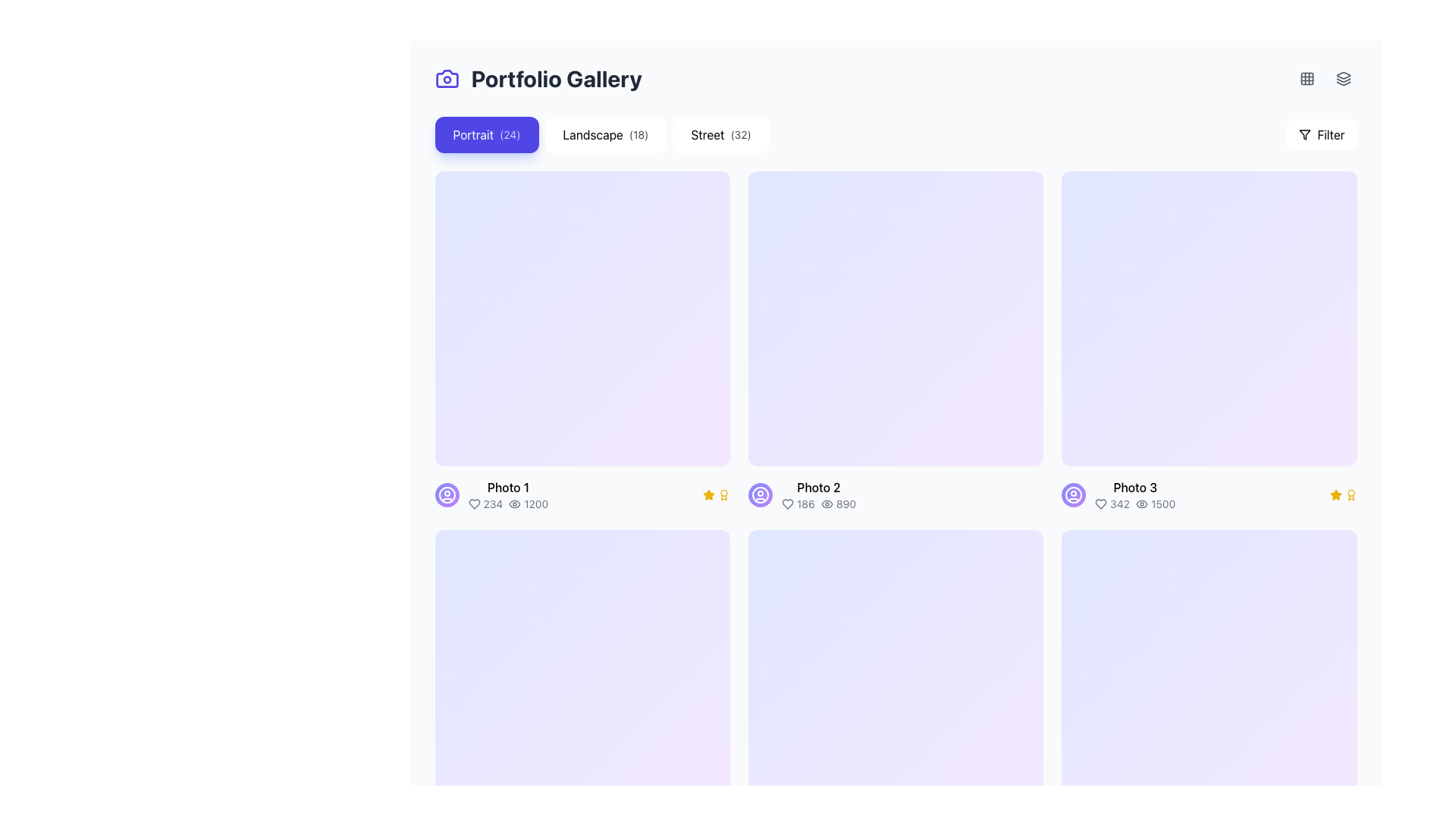 Image resolution: width=1456 pixels, height=819 pixels. I want to click on the statistical indicator displaying the heart icon with '234' and the eye icon with '1200' located below the title 'Photo 1' in the first card of the grid layout, so click(508, 504).